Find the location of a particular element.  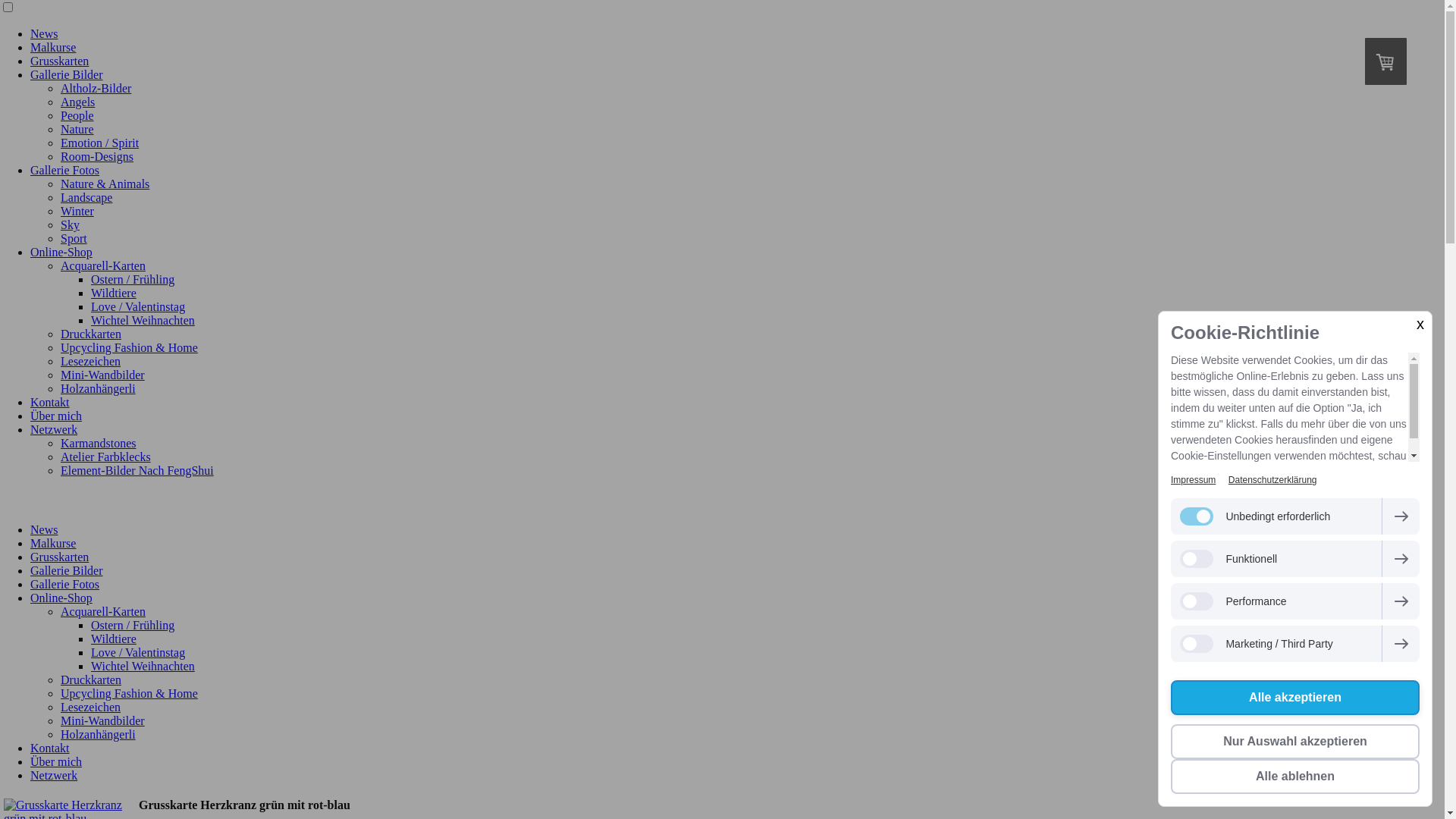

'Malkurse' is located at coordinates (53, 46).